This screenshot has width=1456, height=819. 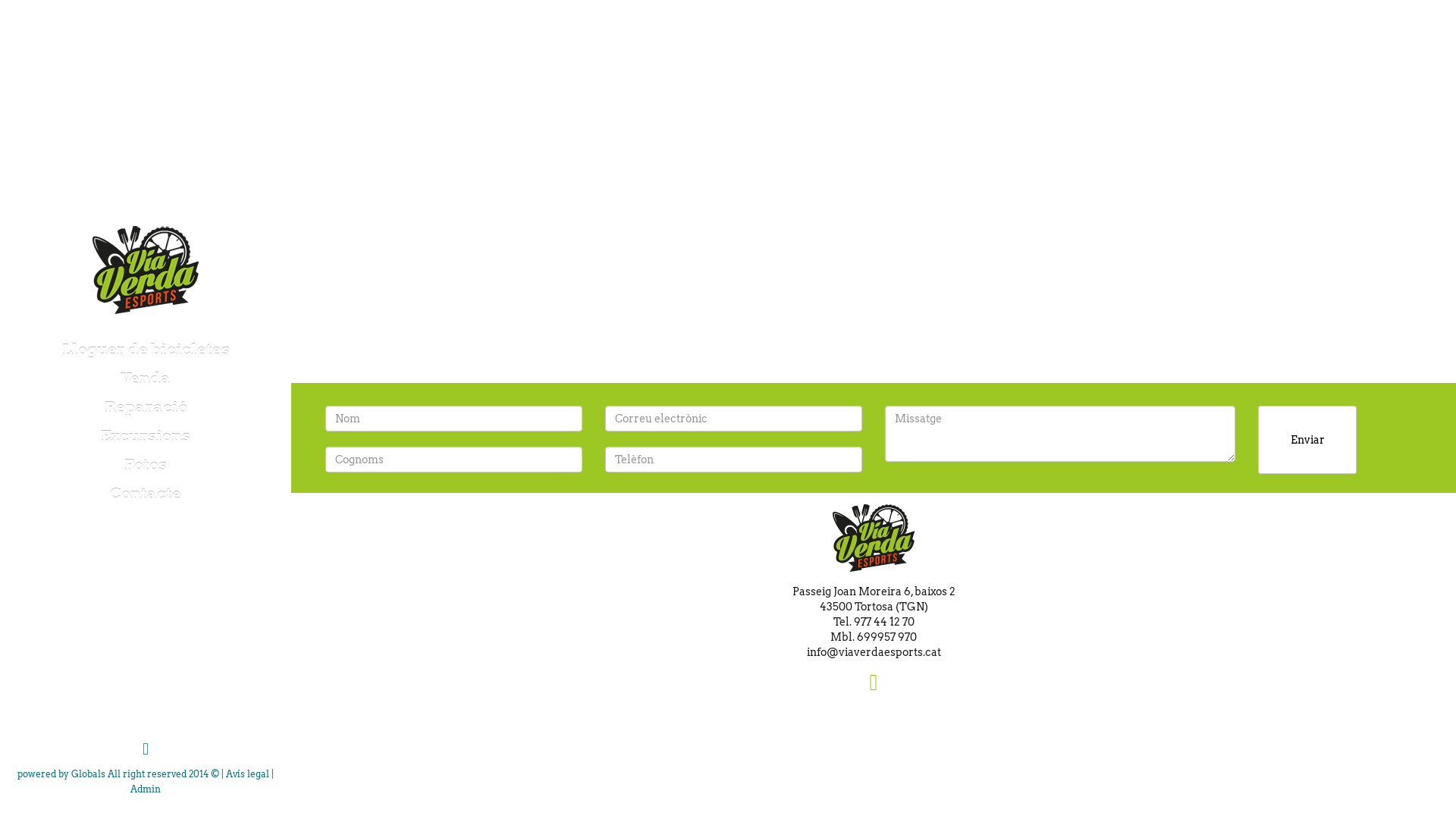 What do you see at coordinates (146, 378) in the screenshot?
I see `'Venda'` at bounding box center [146, 378].